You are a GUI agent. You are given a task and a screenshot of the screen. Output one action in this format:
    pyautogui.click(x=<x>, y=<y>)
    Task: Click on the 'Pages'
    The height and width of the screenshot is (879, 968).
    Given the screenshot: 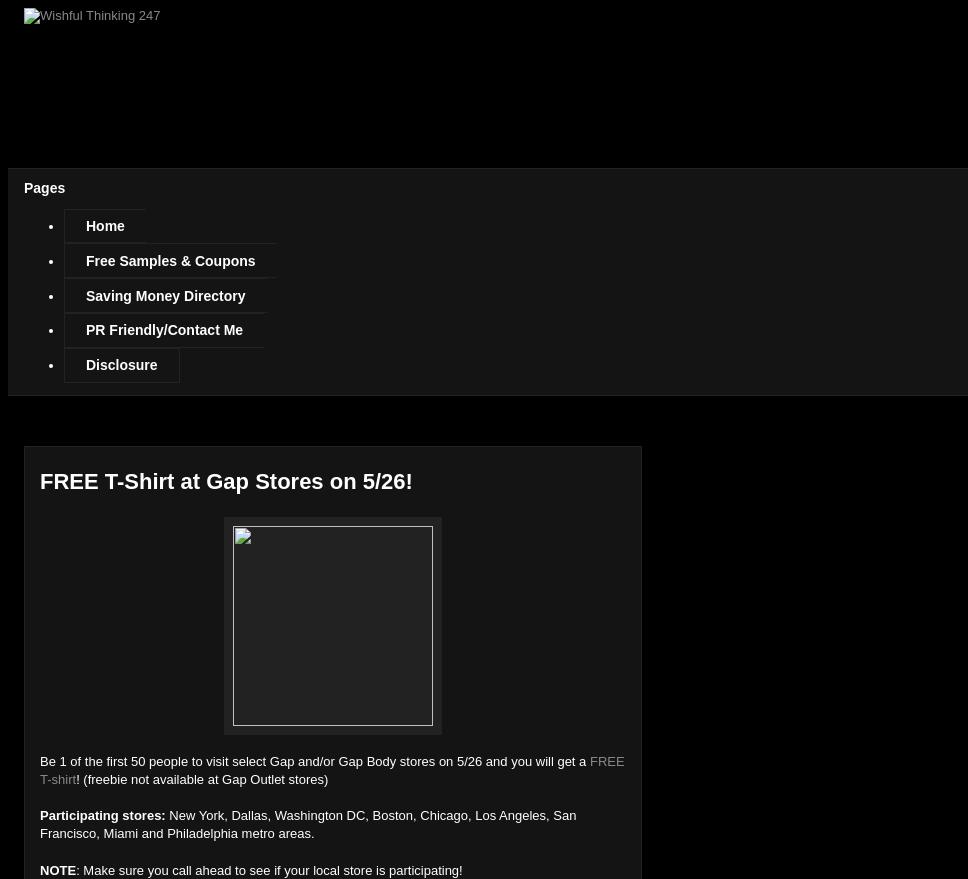 What is the action you would take?
    pyautogui.click(x=43, y=185)
    